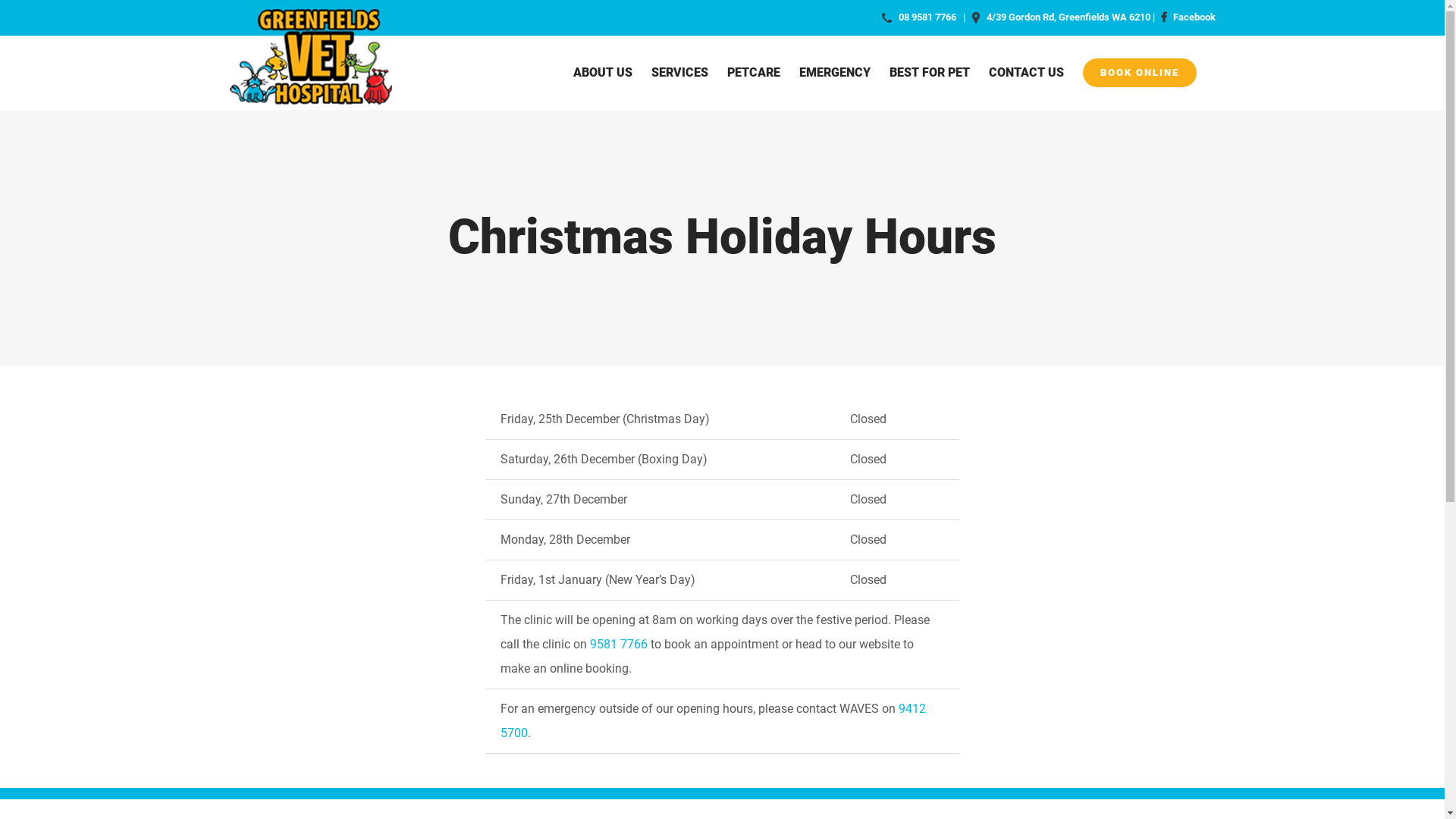  I want to click on 'EMERGENCY', so click(799, 72).